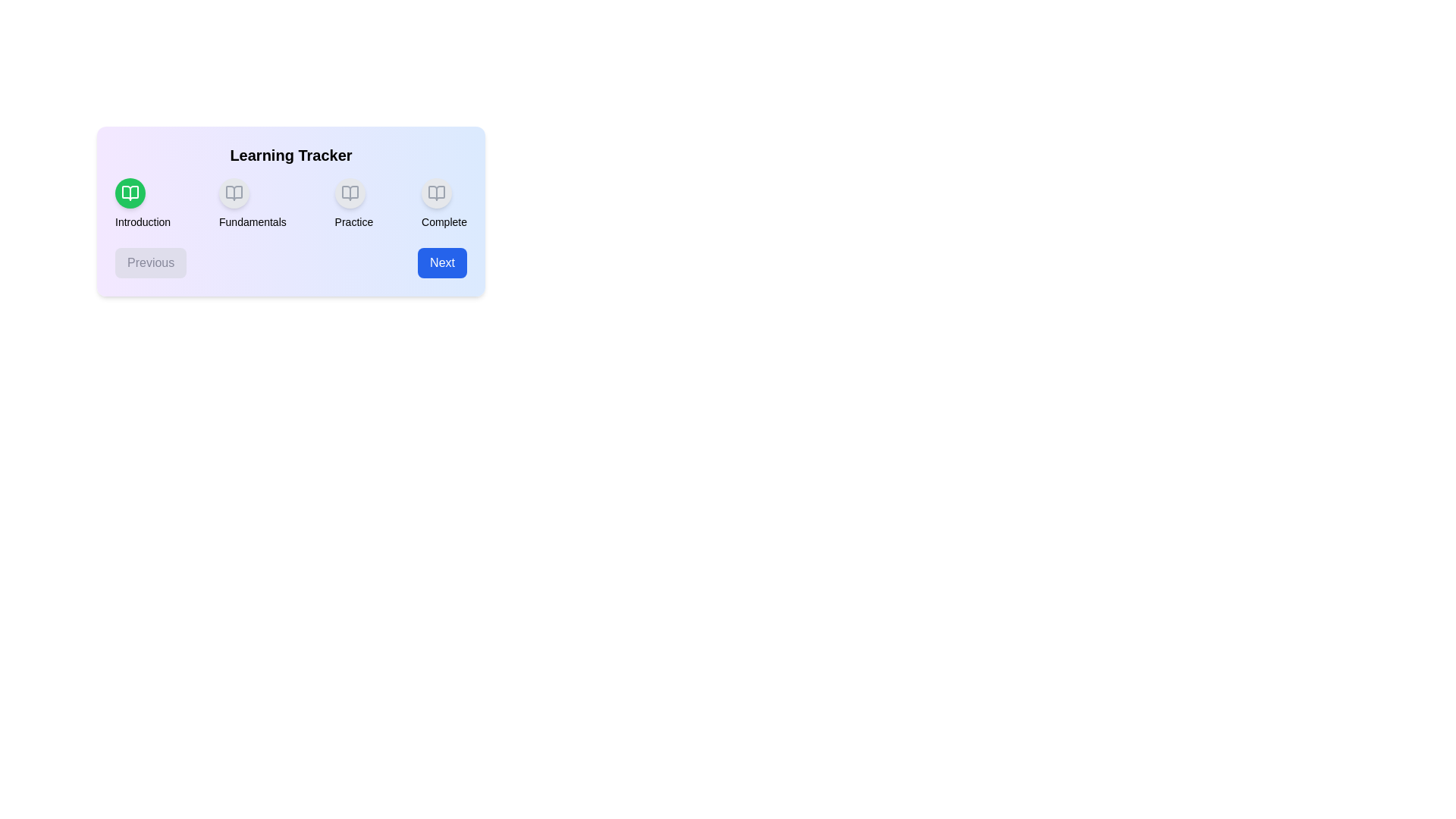 This screenshot has height=819, width=1456. I want to click on the 'Complete' icon in the 'Learning Tracker' section, which is the fourth item in a horizontal sequence of icons, so click(436, 192).